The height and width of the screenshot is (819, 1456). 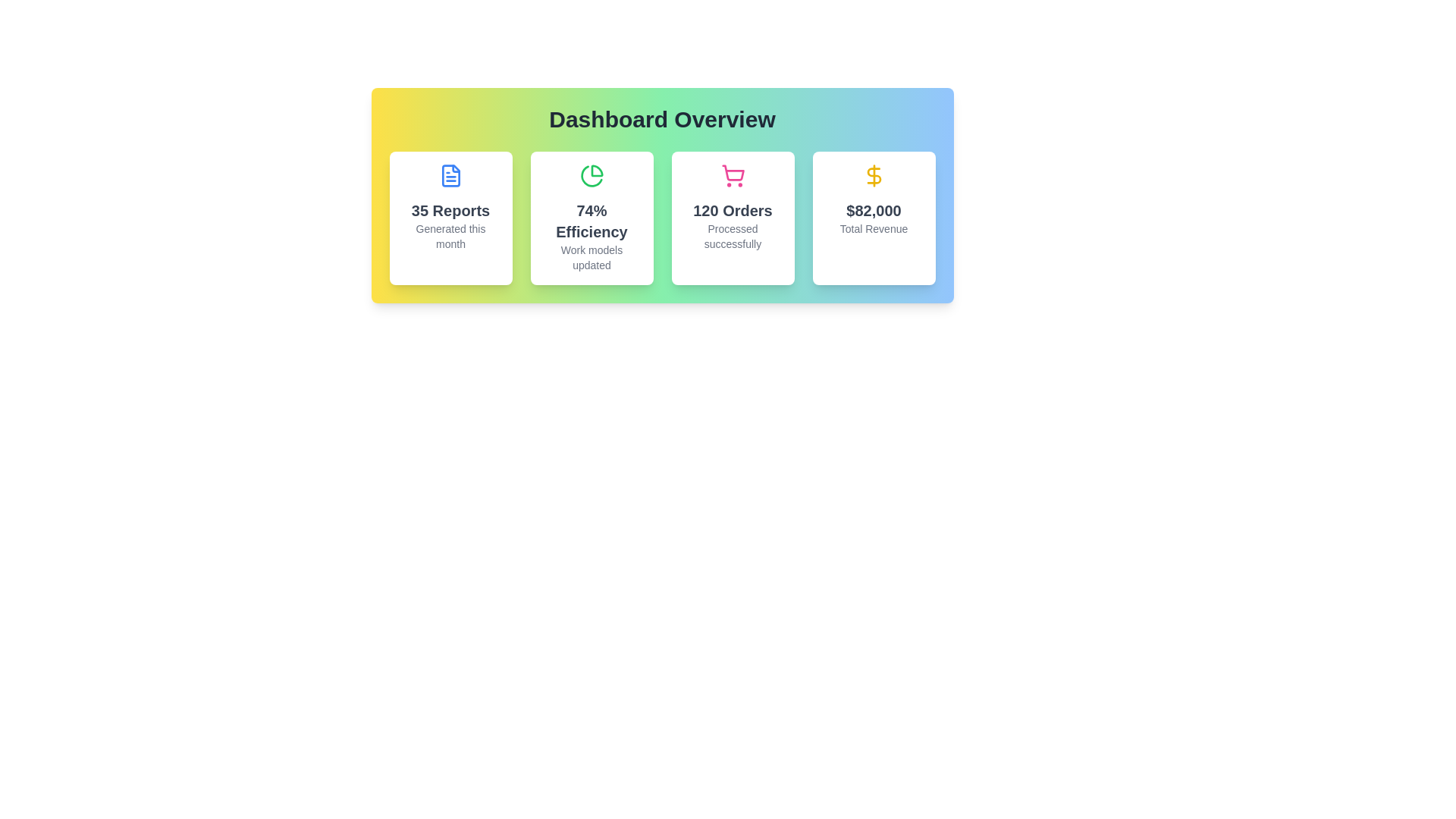 I want to click on the text label stating 'Total Revenue', which is styled in a small gray font and located beneath the figure '$82,000' in the Dashboard Overview section, so click(x=874, y=228).